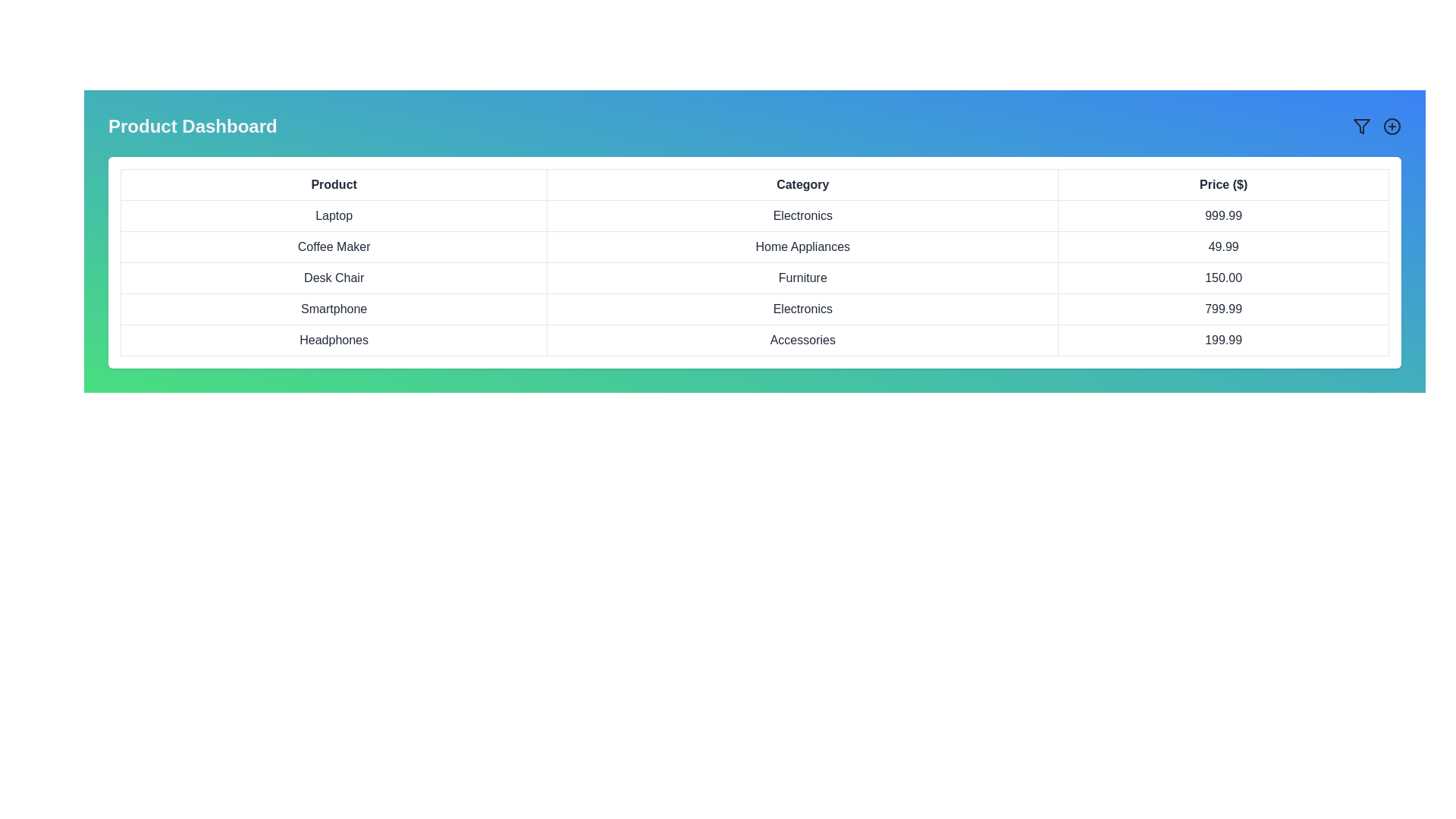  Describe the element at coordinates (1223, 309) in the screenshot. I see `price value displayed in the table cell for the product 'Smartphone' located in the 'Price ($)' column at the fourth row` at that location.